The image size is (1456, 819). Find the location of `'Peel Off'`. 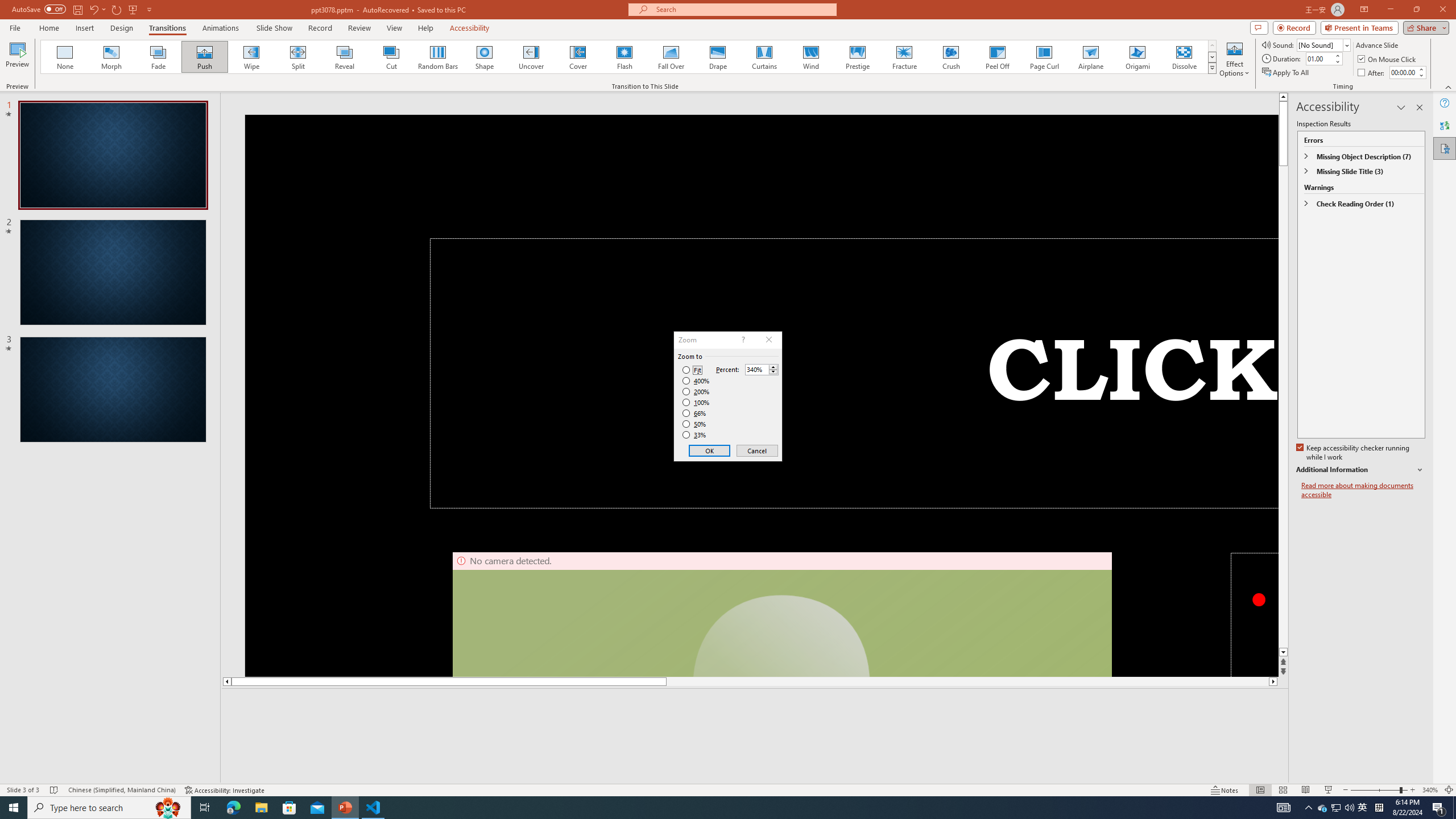

'Peel Off' is located at coordinates (996, 56).